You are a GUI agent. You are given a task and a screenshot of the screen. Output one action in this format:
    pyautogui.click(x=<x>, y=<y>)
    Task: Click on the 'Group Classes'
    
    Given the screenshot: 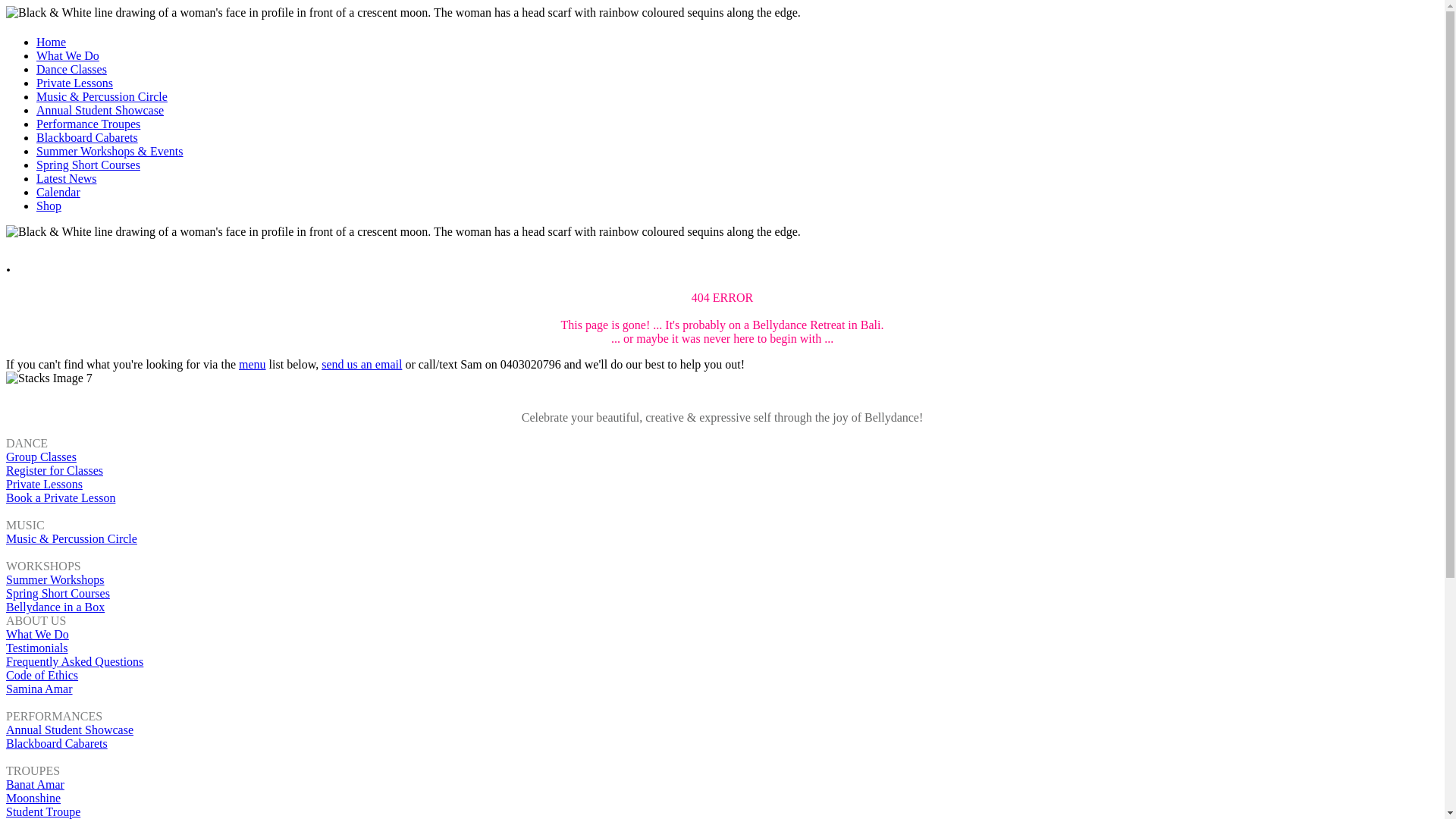 What is the action you would take?
    pyautogui.click(x=41, y=456)
    